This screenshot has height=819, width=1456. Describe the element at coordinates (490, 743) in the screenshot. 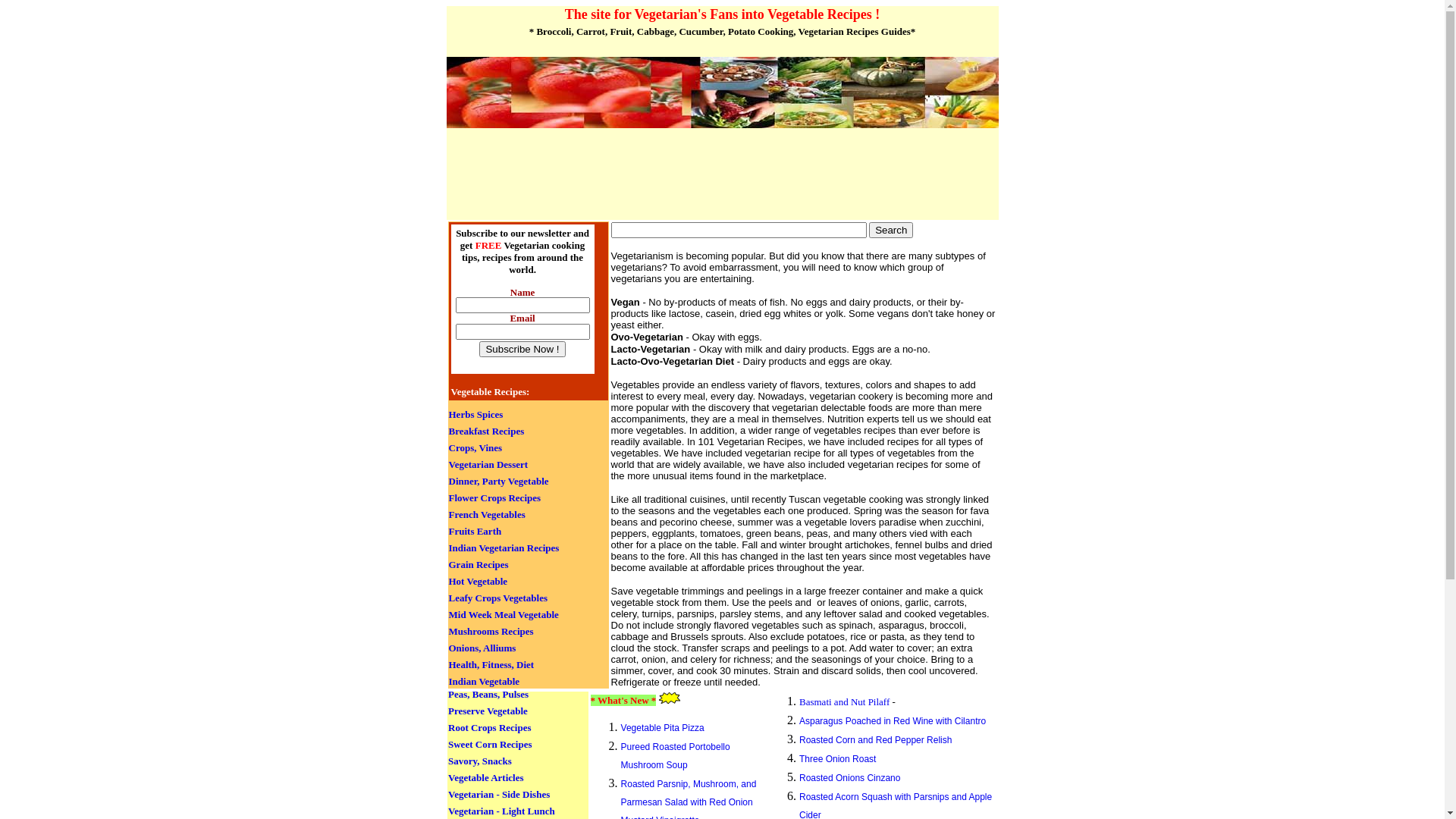

I see `'Sweet Corn Recipes'` at that location.